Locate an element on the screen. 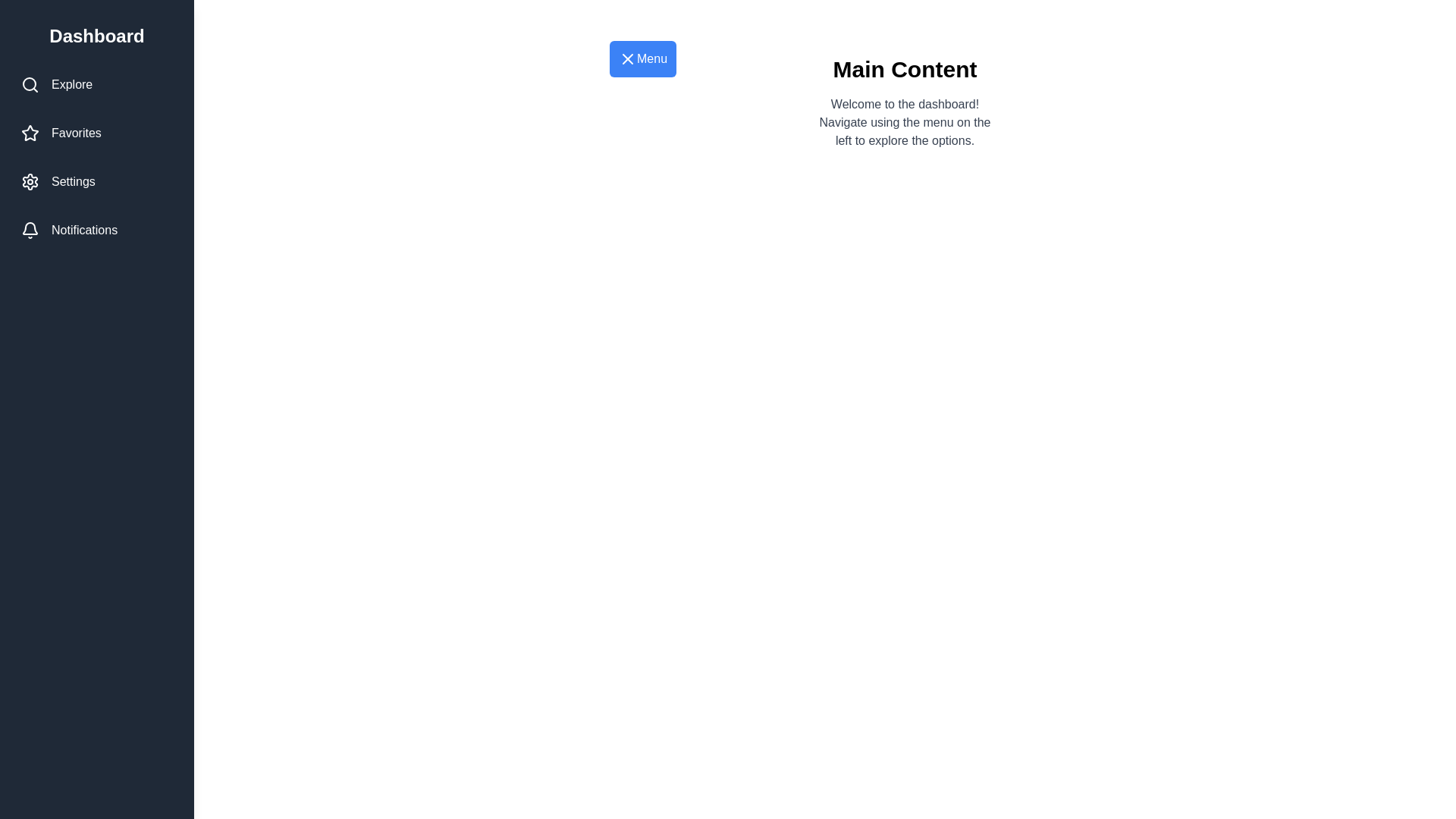  the 'Favorites' menu item icon located in the sidebar menu on the left, which is the second option in the list is located at coordinates (30, 133).